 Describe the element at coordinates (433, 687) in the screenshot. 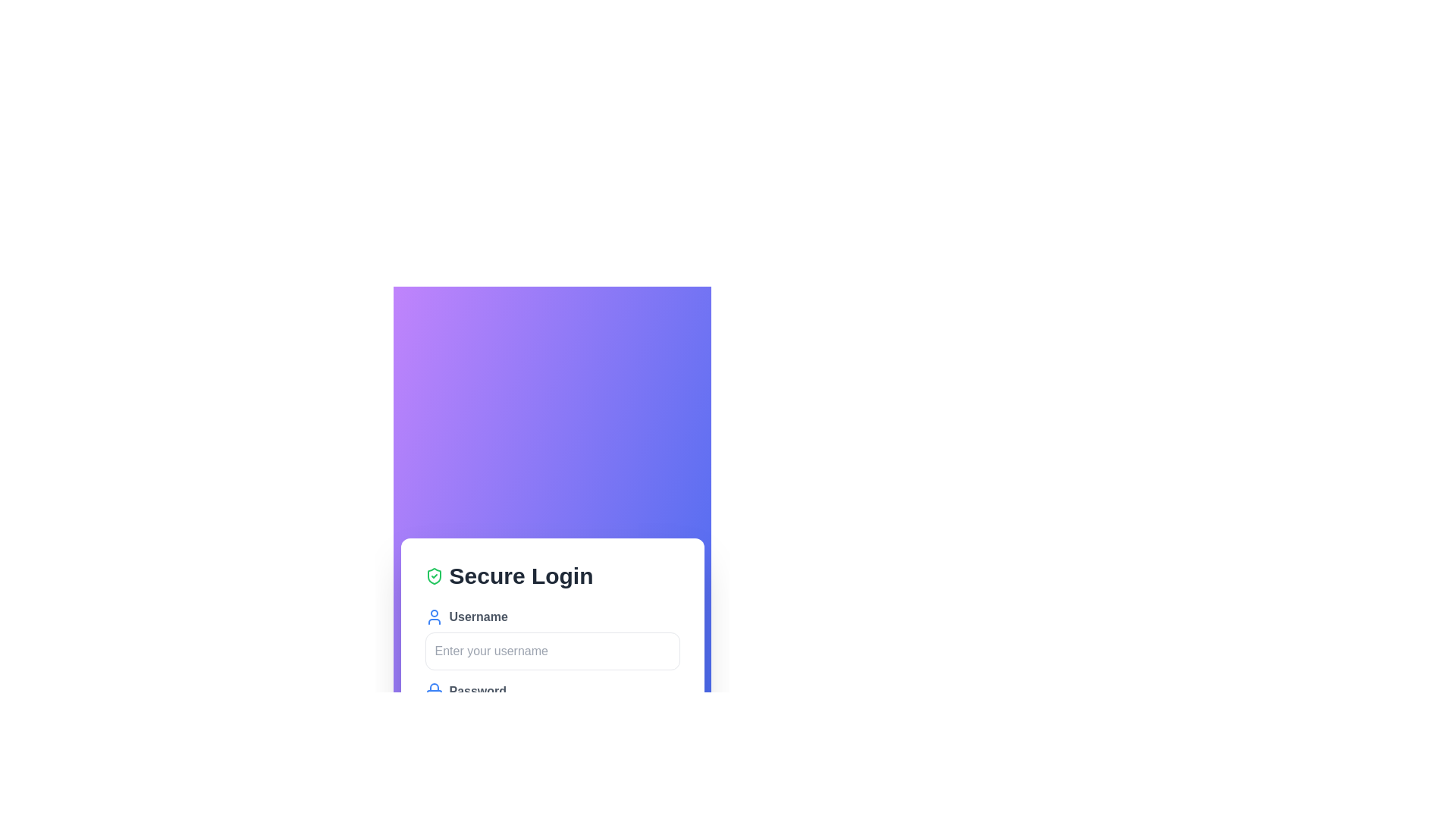

I see `the top arc of the lock icon, which is styled in blue and located to the left of the 'Secure Login' title` at that location.